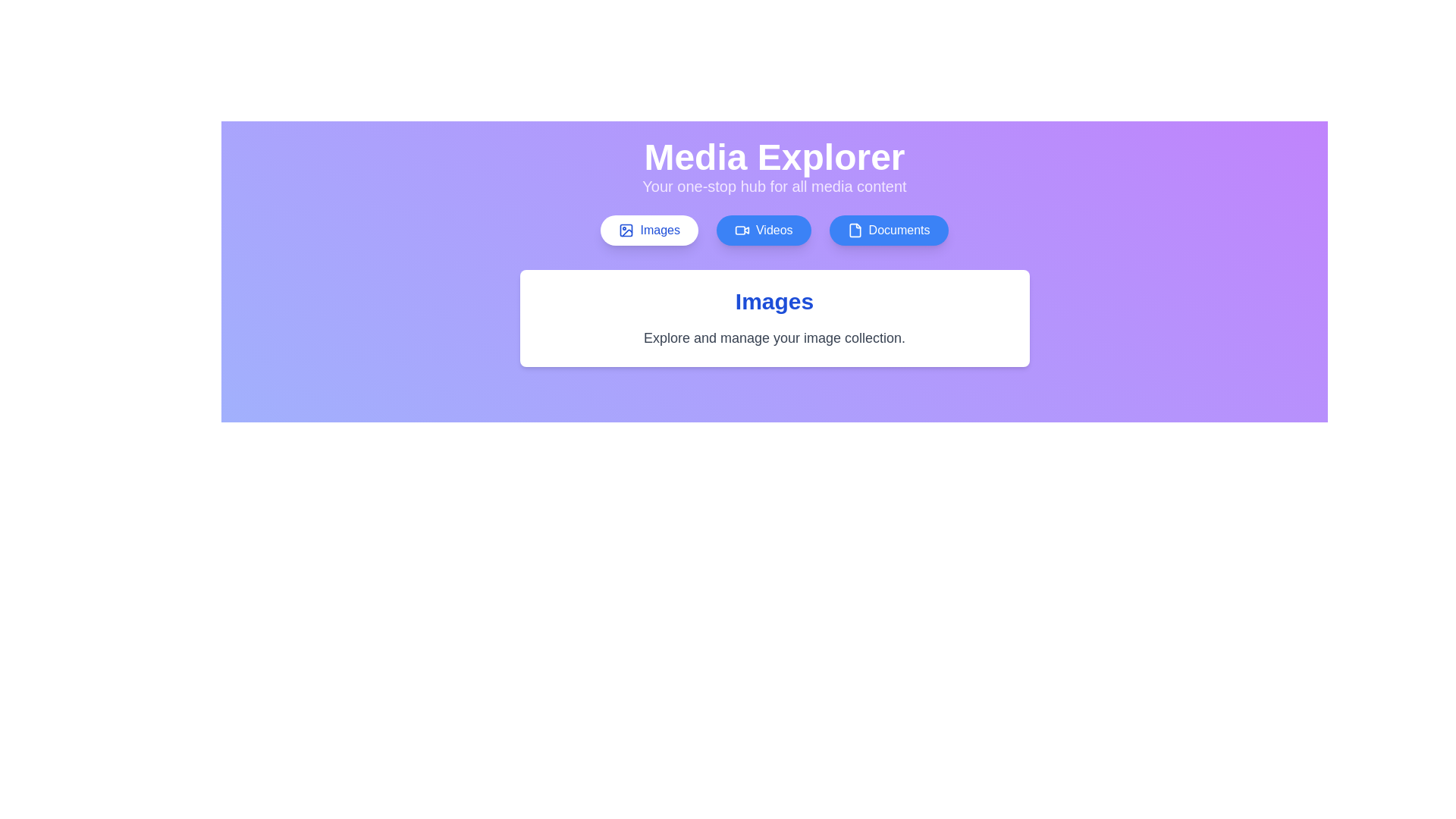 Image resolution: width=1456 pixels, height=819 pixels. What do you see at coordinates (649, 231) in the screenshot?
I see `the Images tab to explore its content` at bounding box center [649, 231].